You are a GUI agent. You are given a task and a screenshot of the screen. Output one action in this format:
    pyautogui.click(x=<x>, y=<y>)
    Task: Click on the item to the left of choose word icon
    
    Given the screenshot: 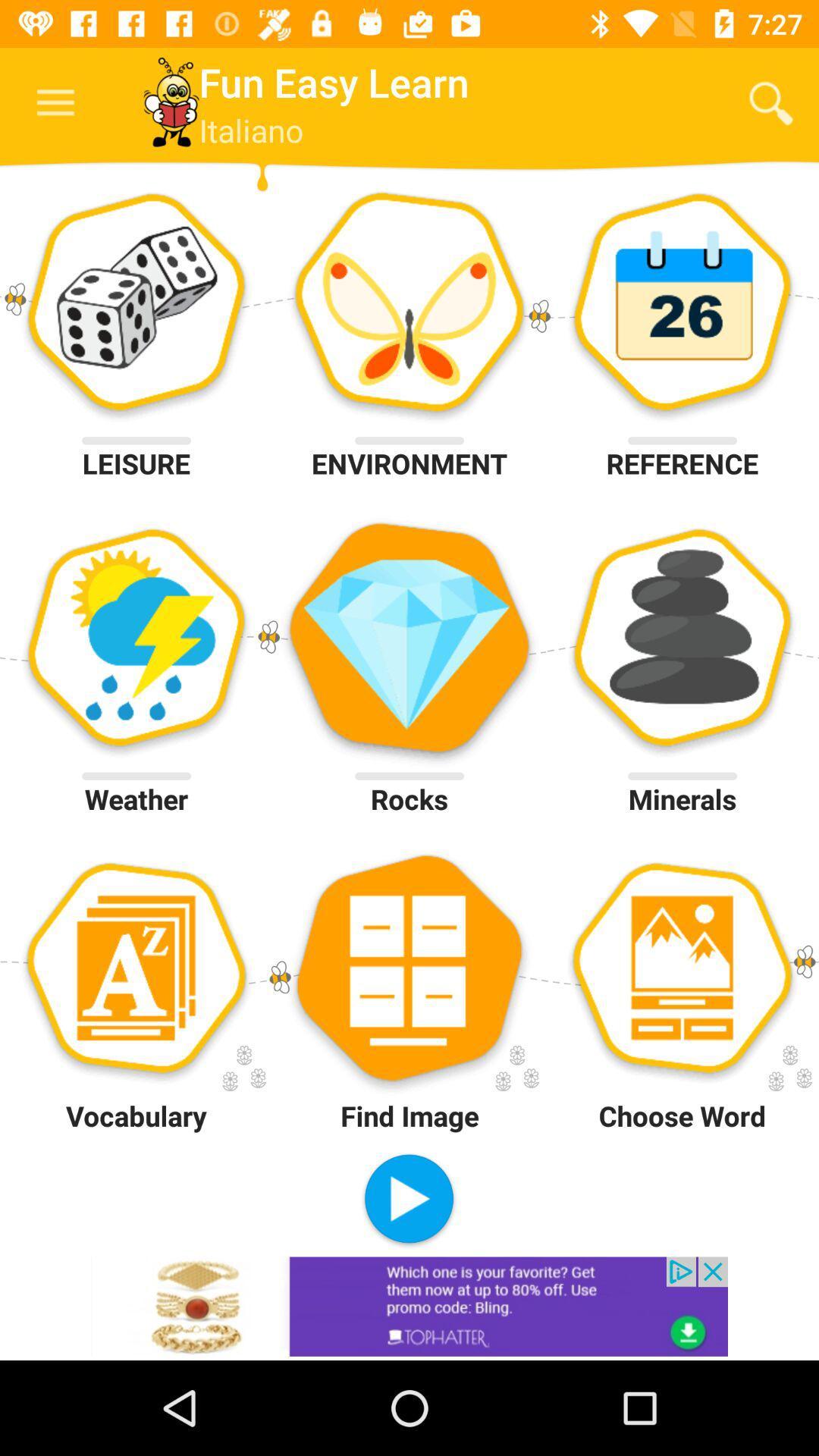 What is the action you would take?
    pyautogui.click(x=408, y=1200)
    